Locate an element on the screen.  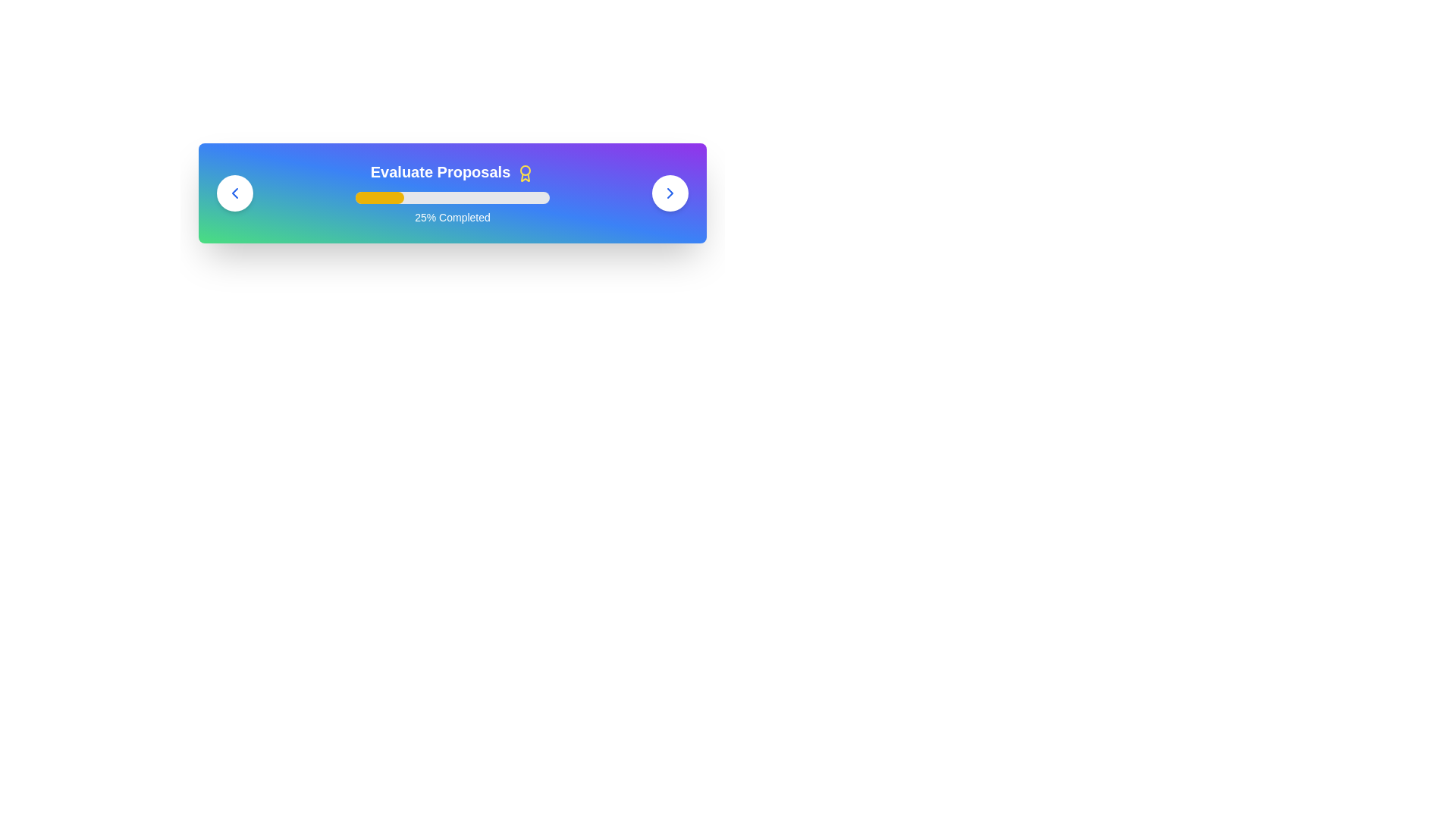
the rightmost circular navigation button with a blue chevron arrow is located at coordinates (669, 192).